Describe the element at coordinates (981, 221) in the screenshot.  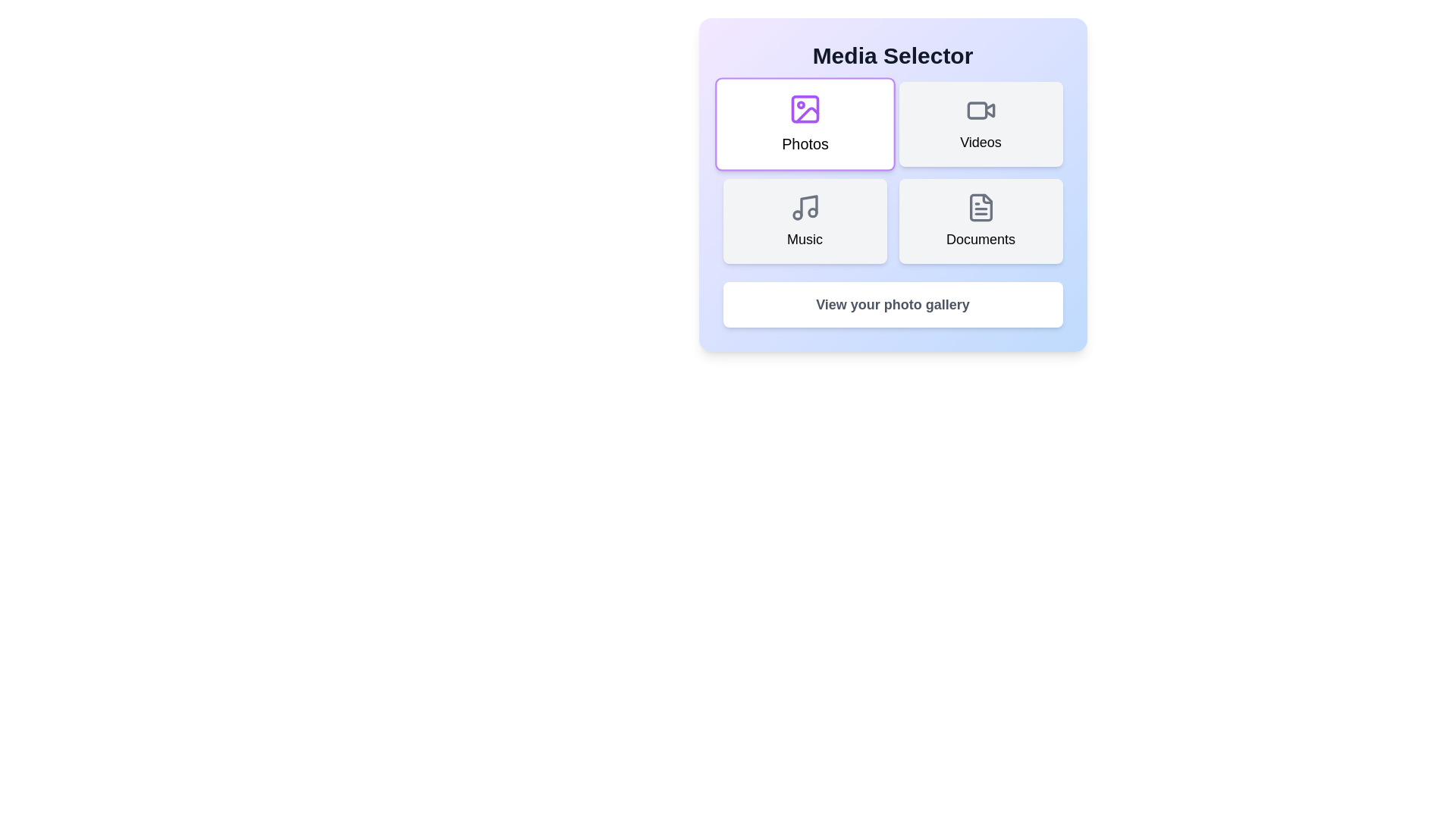
I see `the button corresponding to Documents to select it` at that location.